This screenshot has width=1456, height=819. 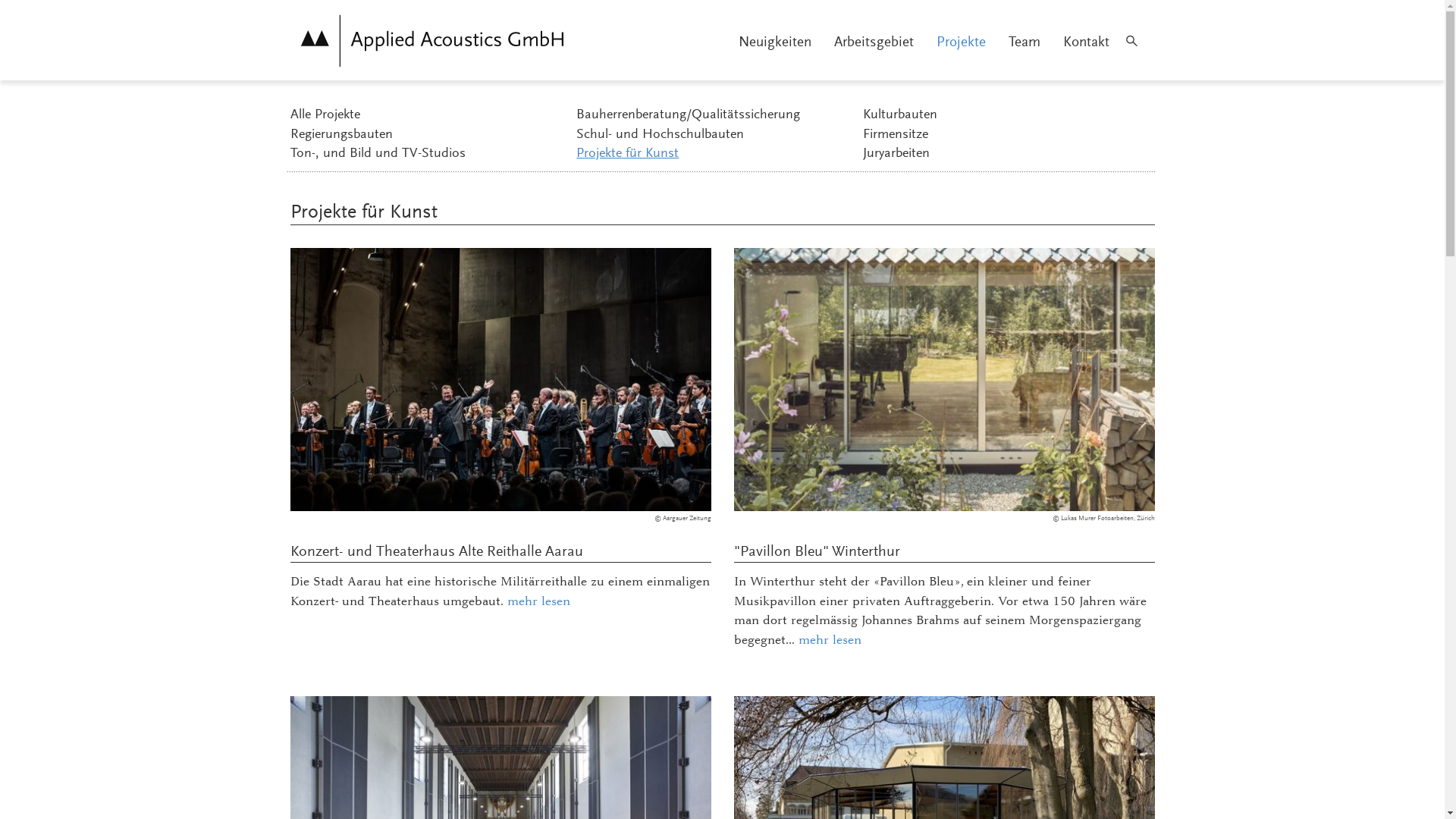 I want to click on 'Kontakt', so click(x=1084, y=42).